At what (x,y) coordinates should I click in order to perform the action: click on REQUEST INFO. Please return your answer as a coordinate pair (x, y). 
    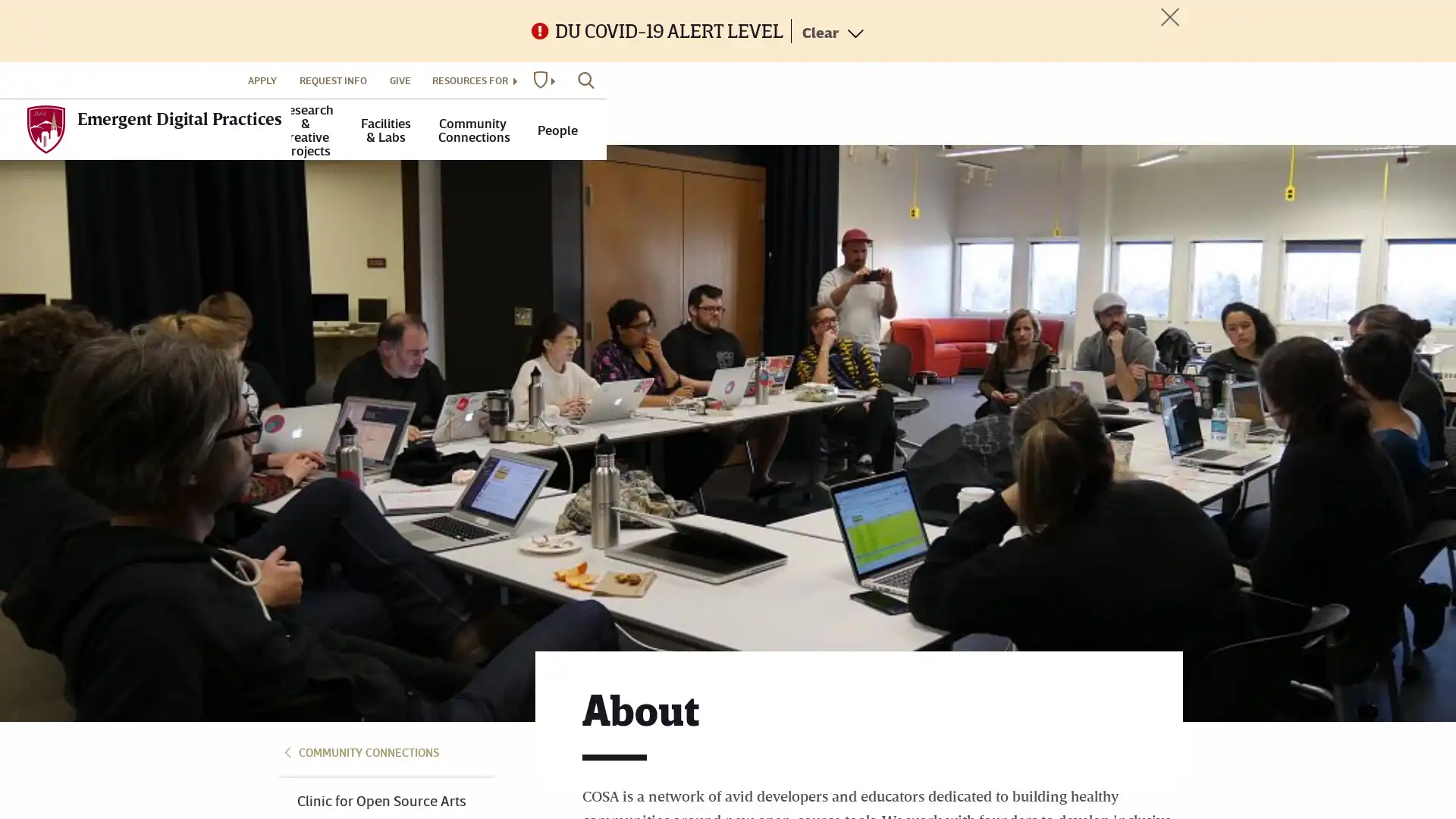
    Looking at the image, I should click on (909, 80).